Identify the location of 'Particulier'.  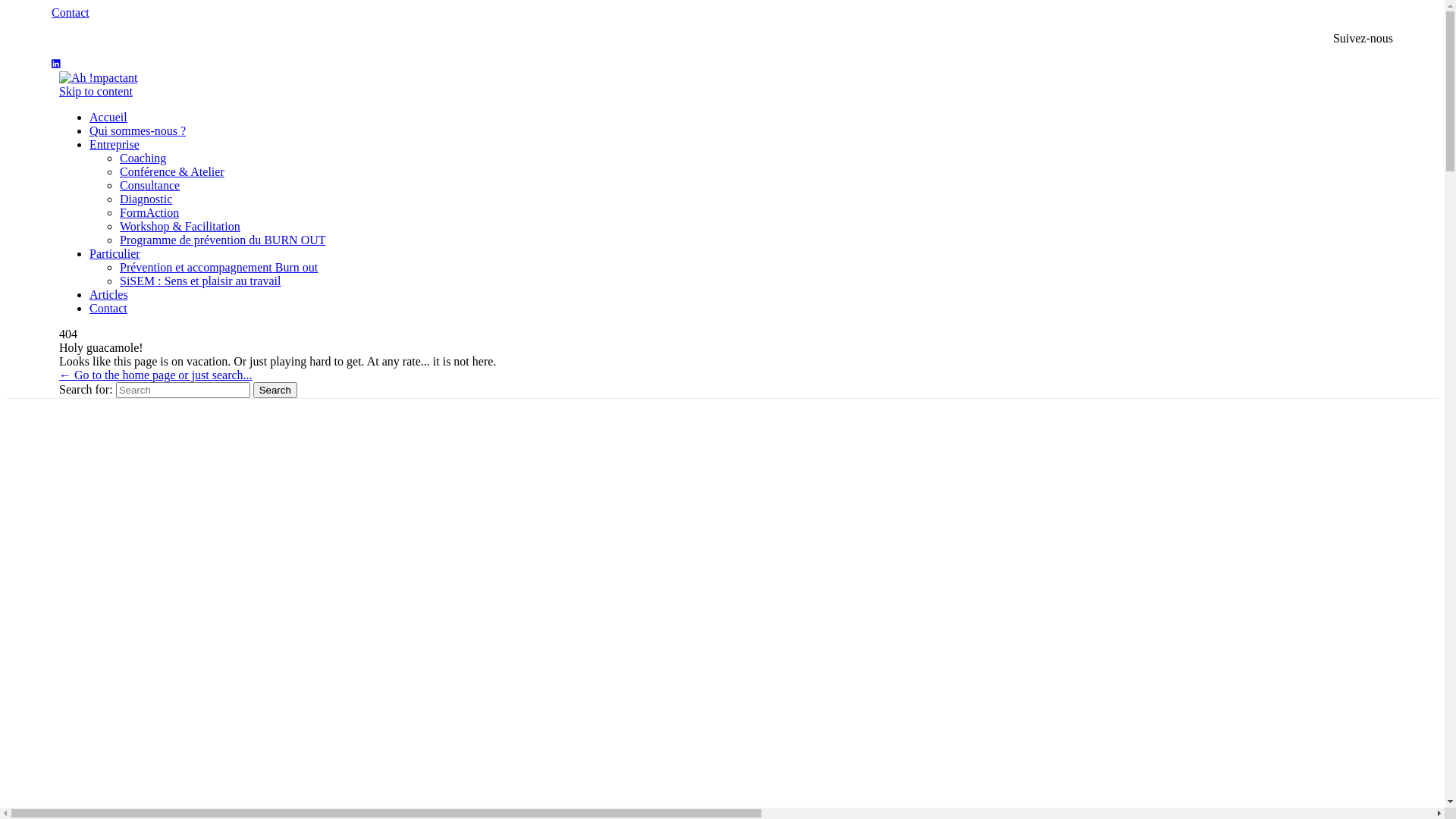
(114, 253).